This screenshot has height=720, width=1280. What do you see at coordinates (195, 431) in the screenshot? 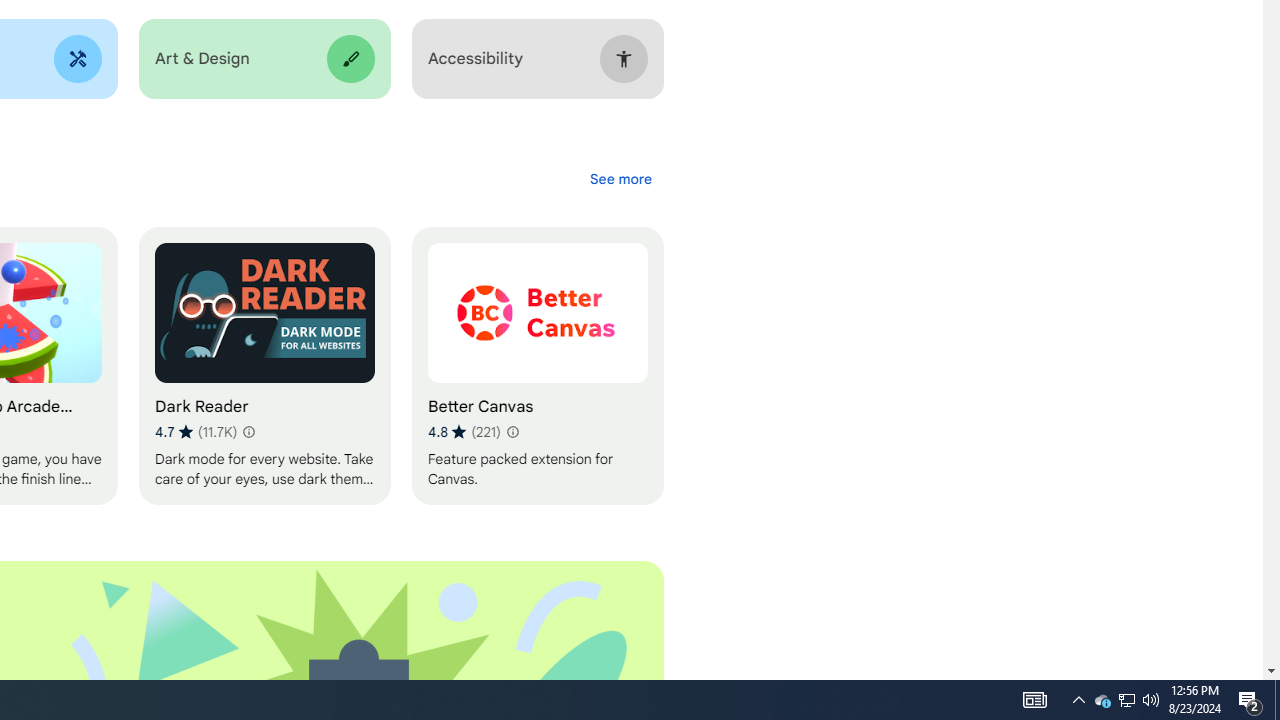
I see `'Average rating 4.7 out of 5 stars. 11.7K ratings.'` at bounding box center [195, 431].